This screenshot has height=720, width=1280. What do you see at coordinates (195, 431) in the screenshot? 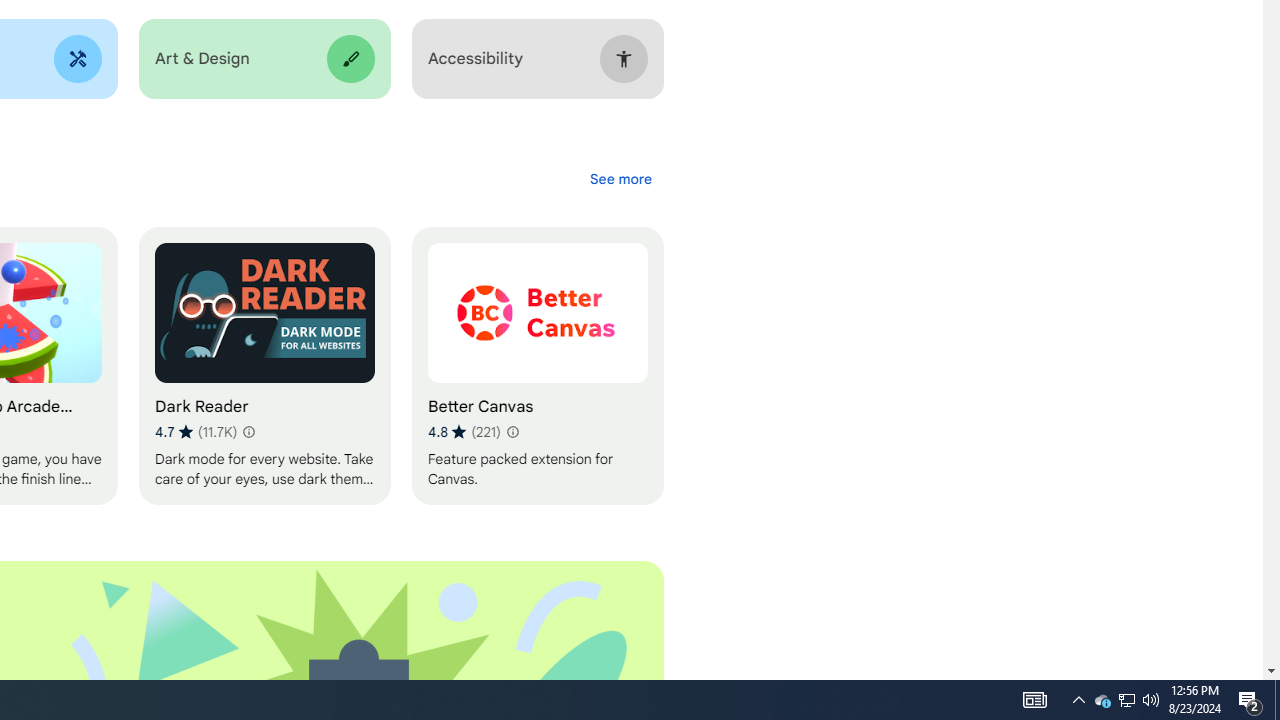
I see `'Average rating 4.7 out of 5 stars. 11.7K ratings.'` at bounding box center [195, 431].